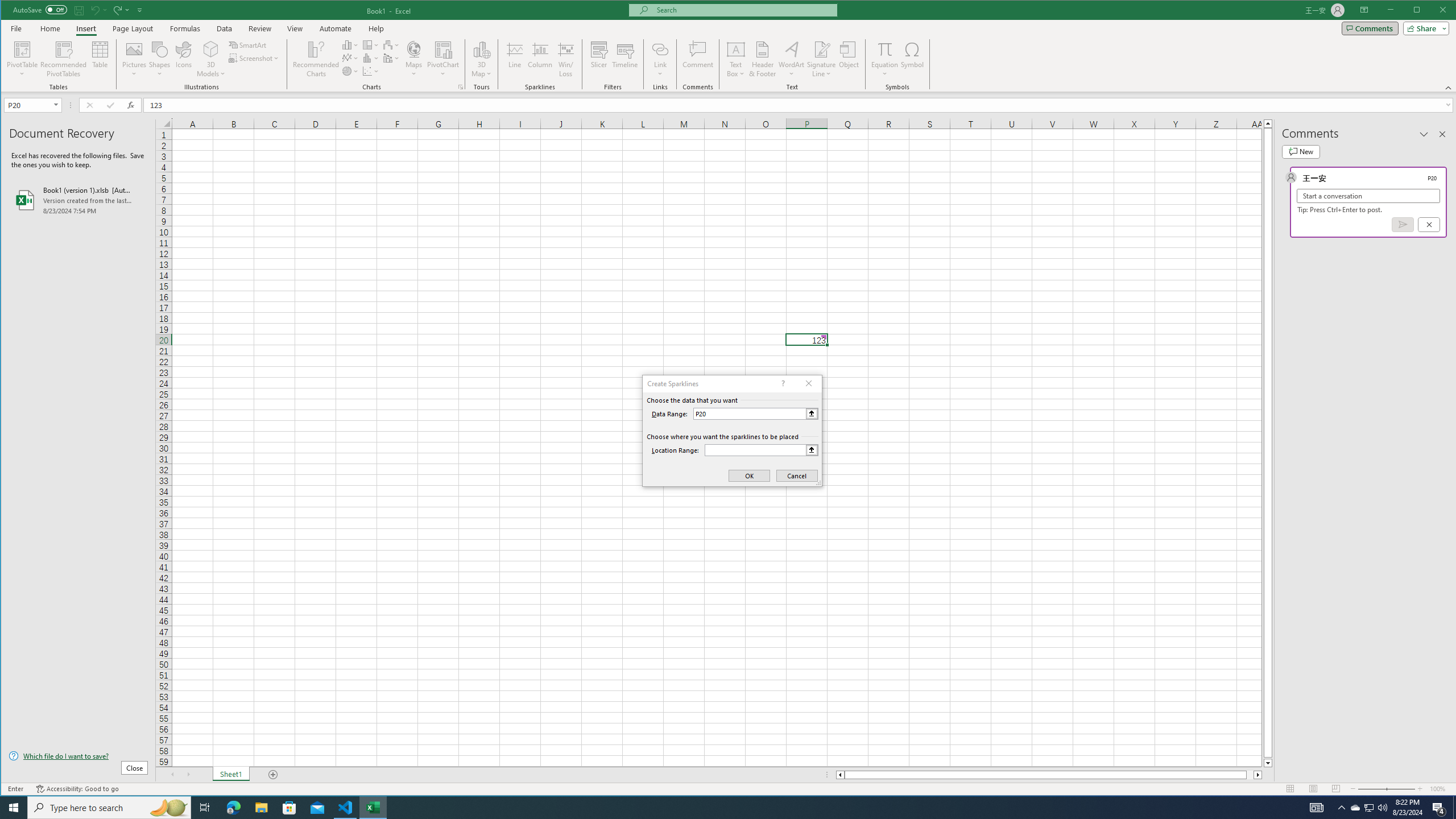 This screenshot has height=819, width=1456. Describe the element at coordinates (821, 48) in the screenshot. I see `'Signature Line'` at that location.